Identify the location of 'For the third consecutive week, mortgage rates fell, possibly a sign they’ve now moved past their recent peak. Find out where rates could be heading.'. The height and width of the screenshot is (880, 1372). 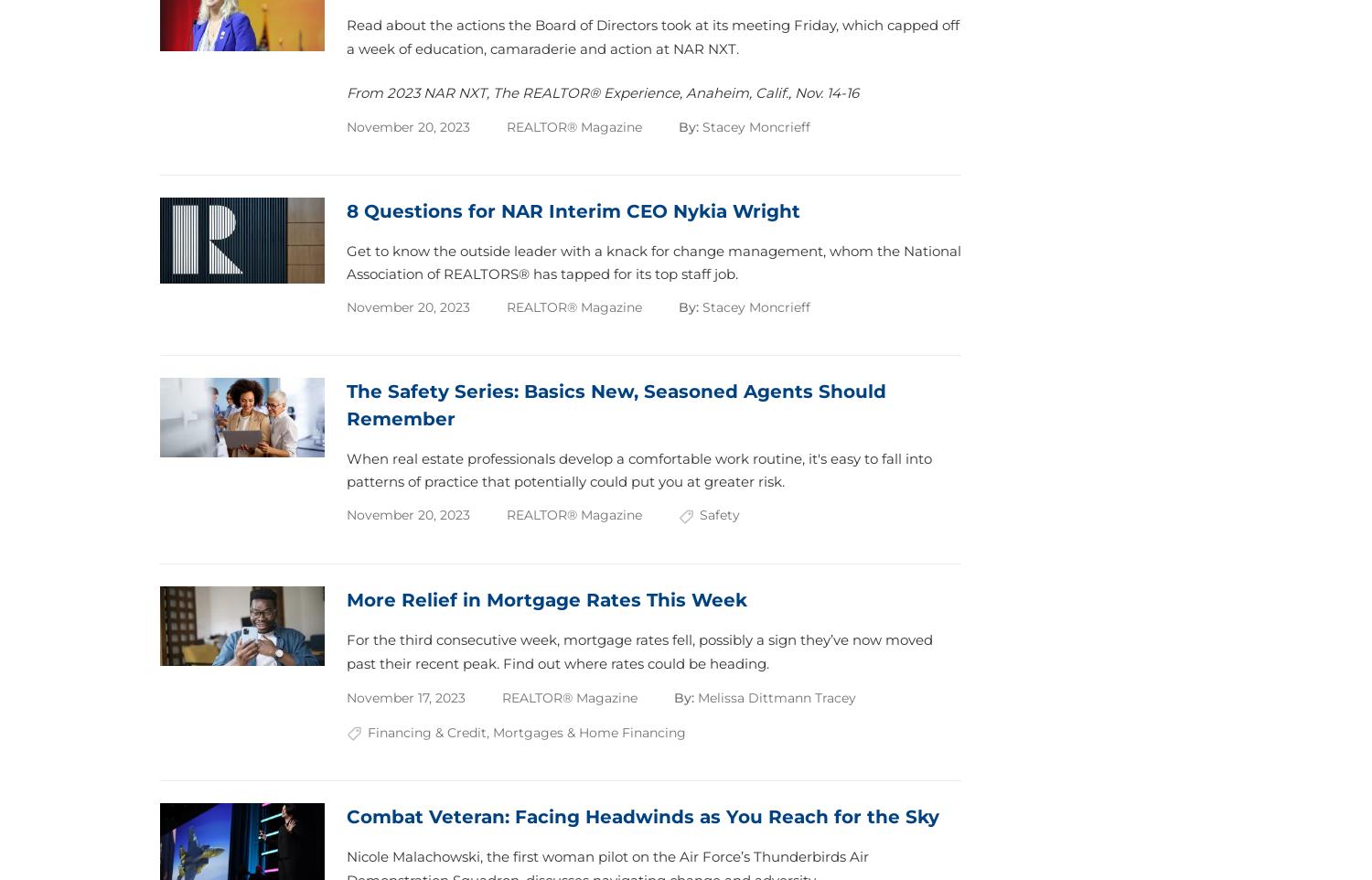
(638, 649).